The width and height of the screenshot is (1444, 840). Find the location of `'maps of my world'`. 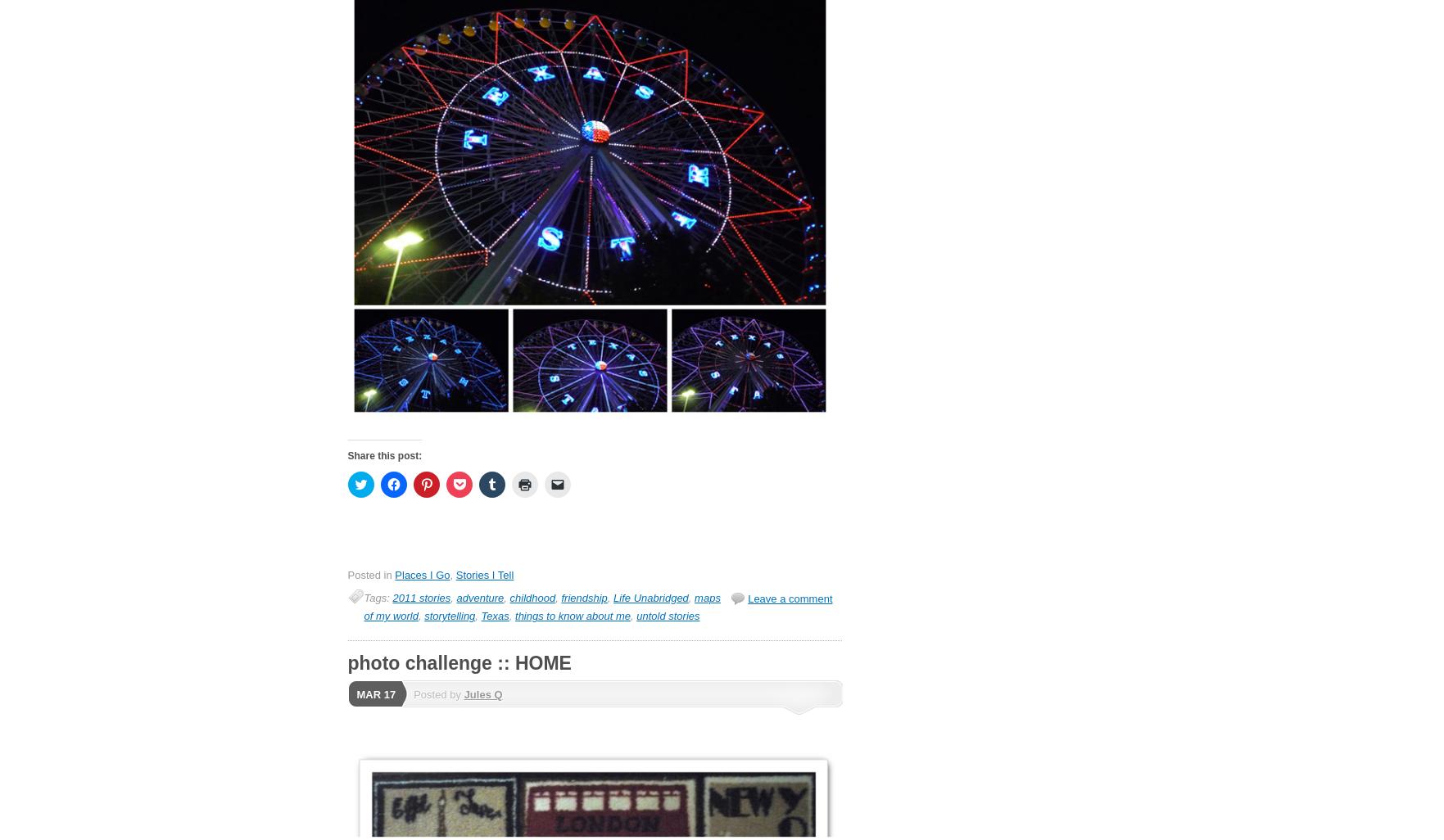

'maps of my world' is located at coordinates (541, 607).